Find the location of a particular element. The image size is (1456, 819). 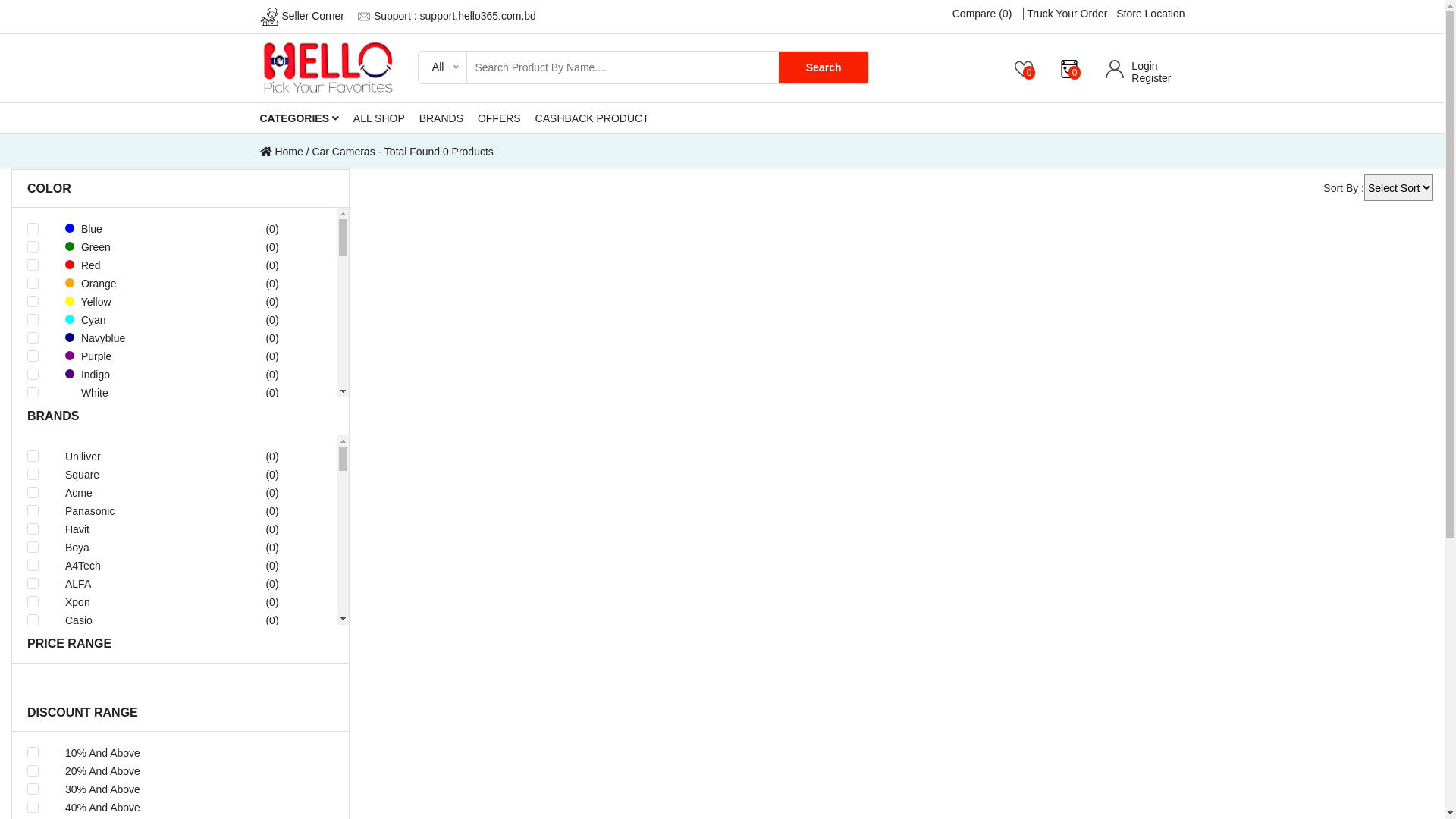

'Cyan' is located at coordinates (27, 318).